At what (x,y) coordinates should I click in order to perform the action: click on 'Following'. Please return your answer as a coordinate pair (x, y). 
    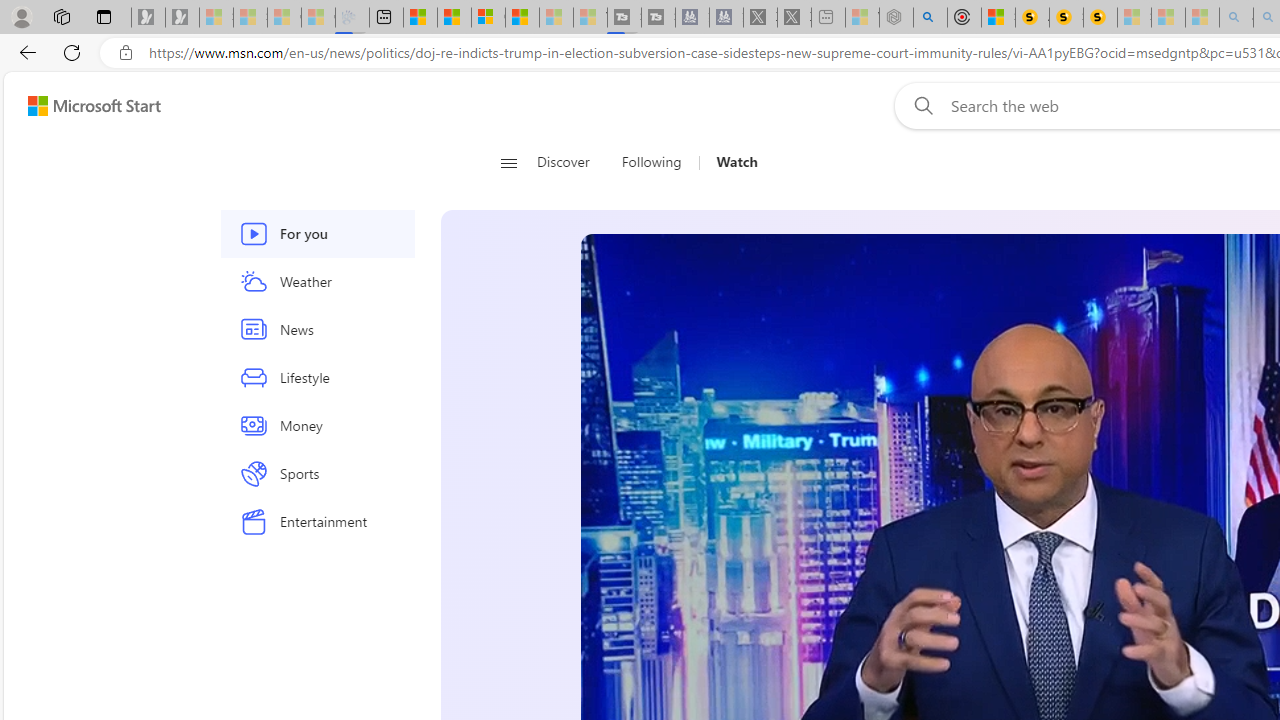
    Looking at the image, I should click on (653, 162).